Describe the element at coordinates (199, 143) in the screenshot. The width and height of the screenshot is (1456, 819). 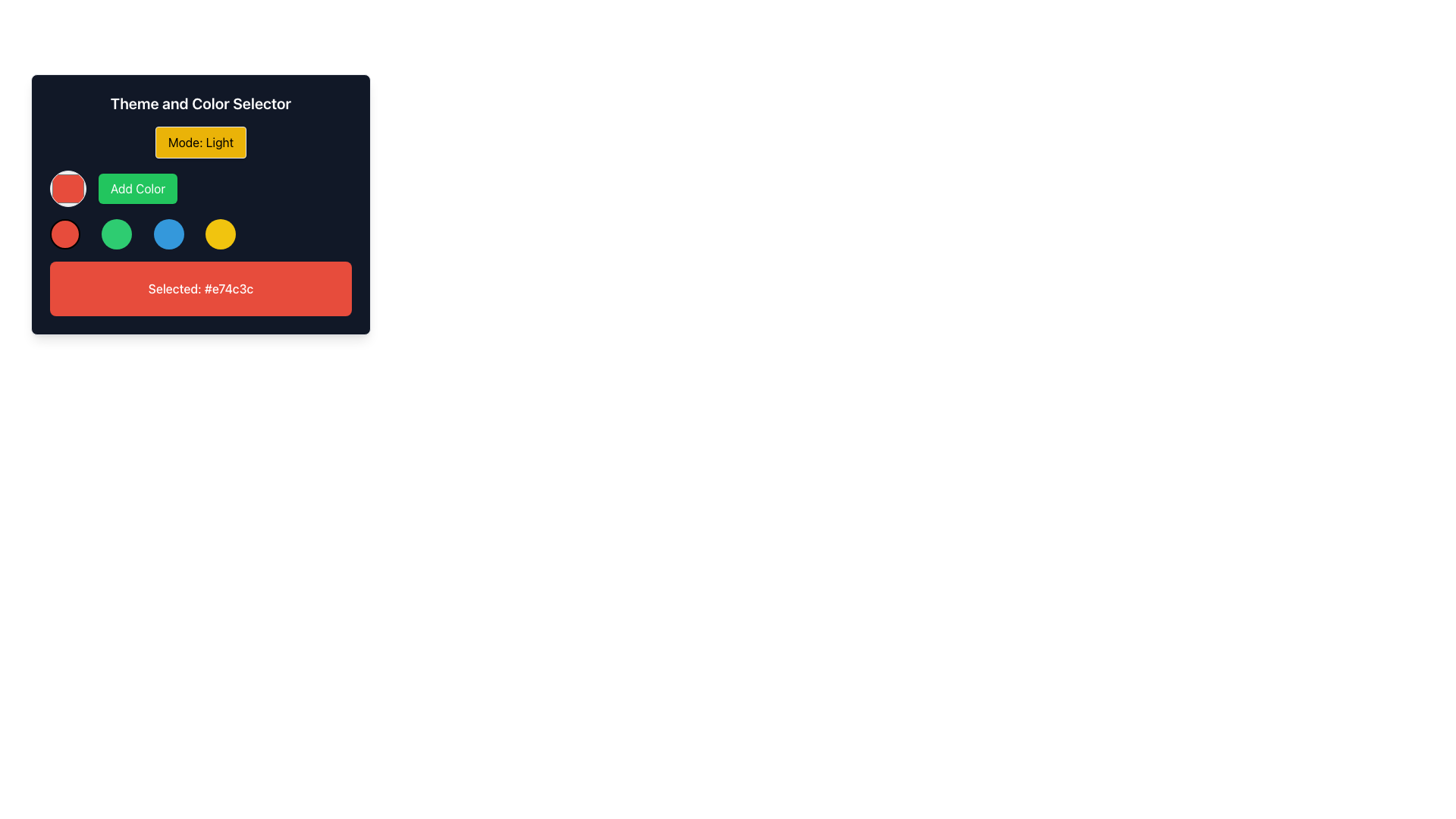
I see `the theme toggle button located below the 'Theme and Color Selector' heading` at that location.